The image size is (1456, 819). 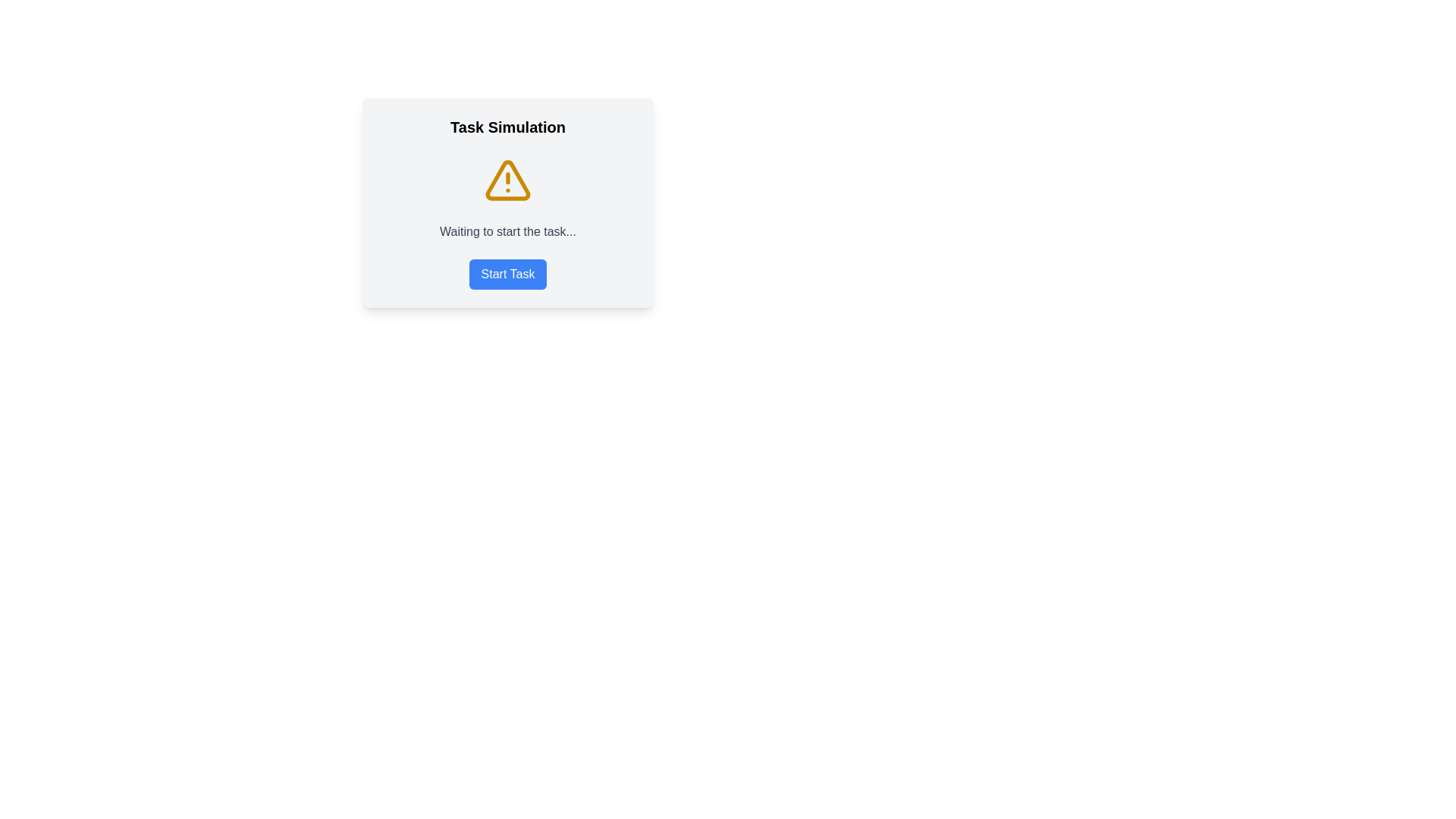 I want to click on the warning or alert icon located centrally within the 'Task Simulation' card, which has a header and description below it, so click(x=508, y=180).